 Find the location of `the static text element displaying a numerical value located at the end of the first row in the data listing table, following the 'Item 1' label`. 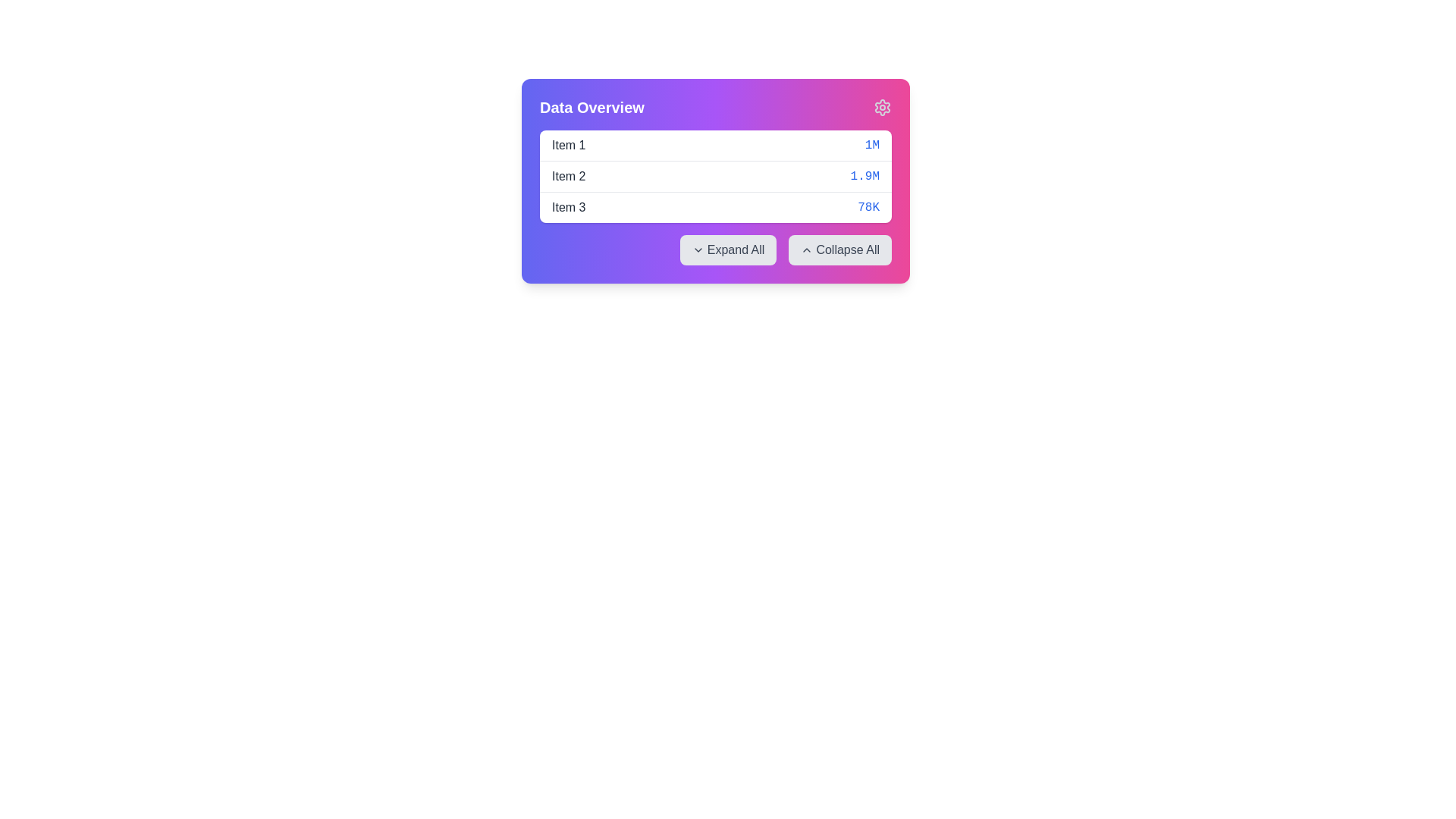

the static text element displaying a numerical value located at the end of the first row in the data listing table, following the 'Item 1' label is located at coordinates (872, 146).